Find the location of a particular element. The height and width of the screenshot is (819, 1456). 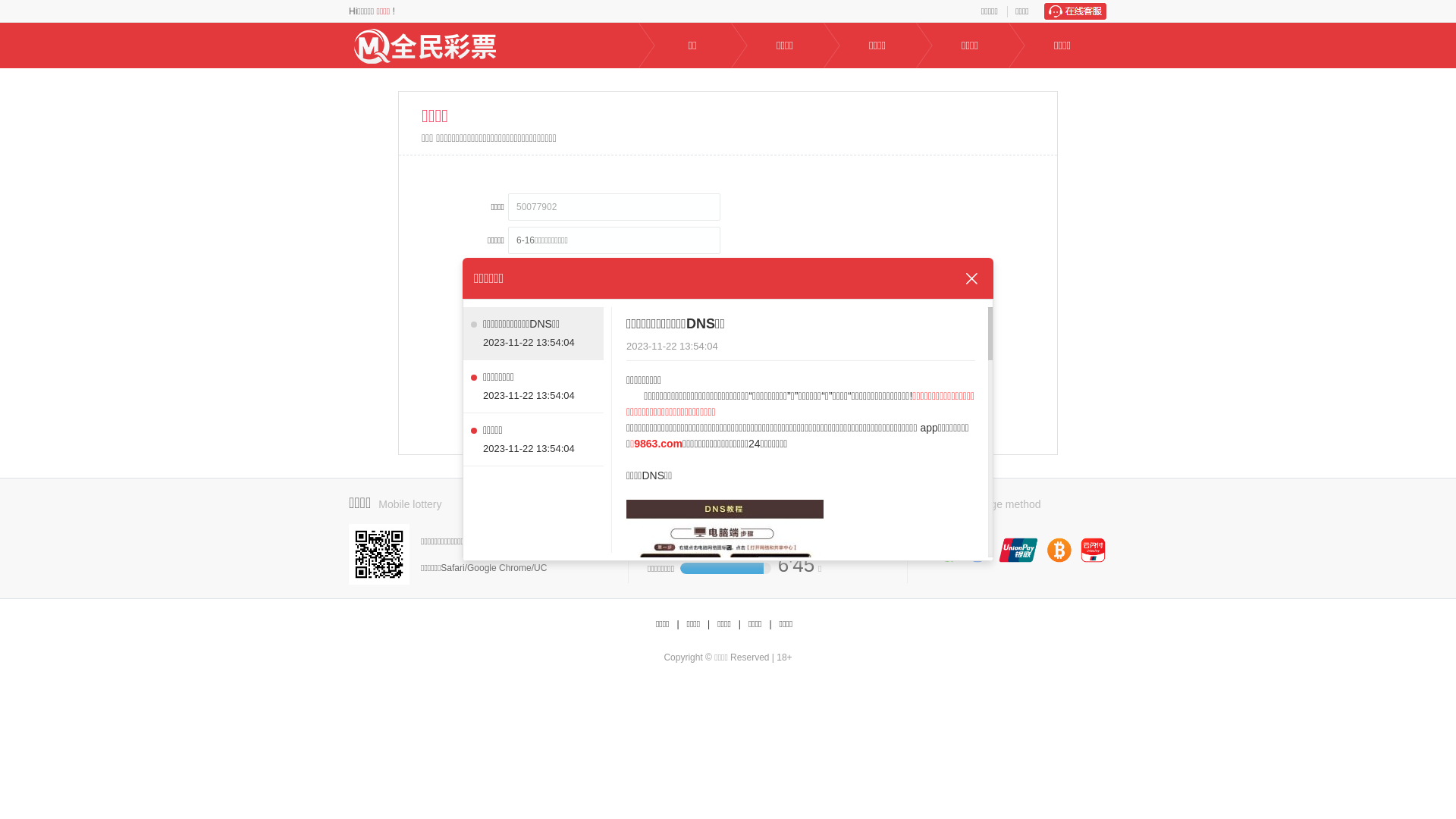

'|' is located at coordinates (708, 624).